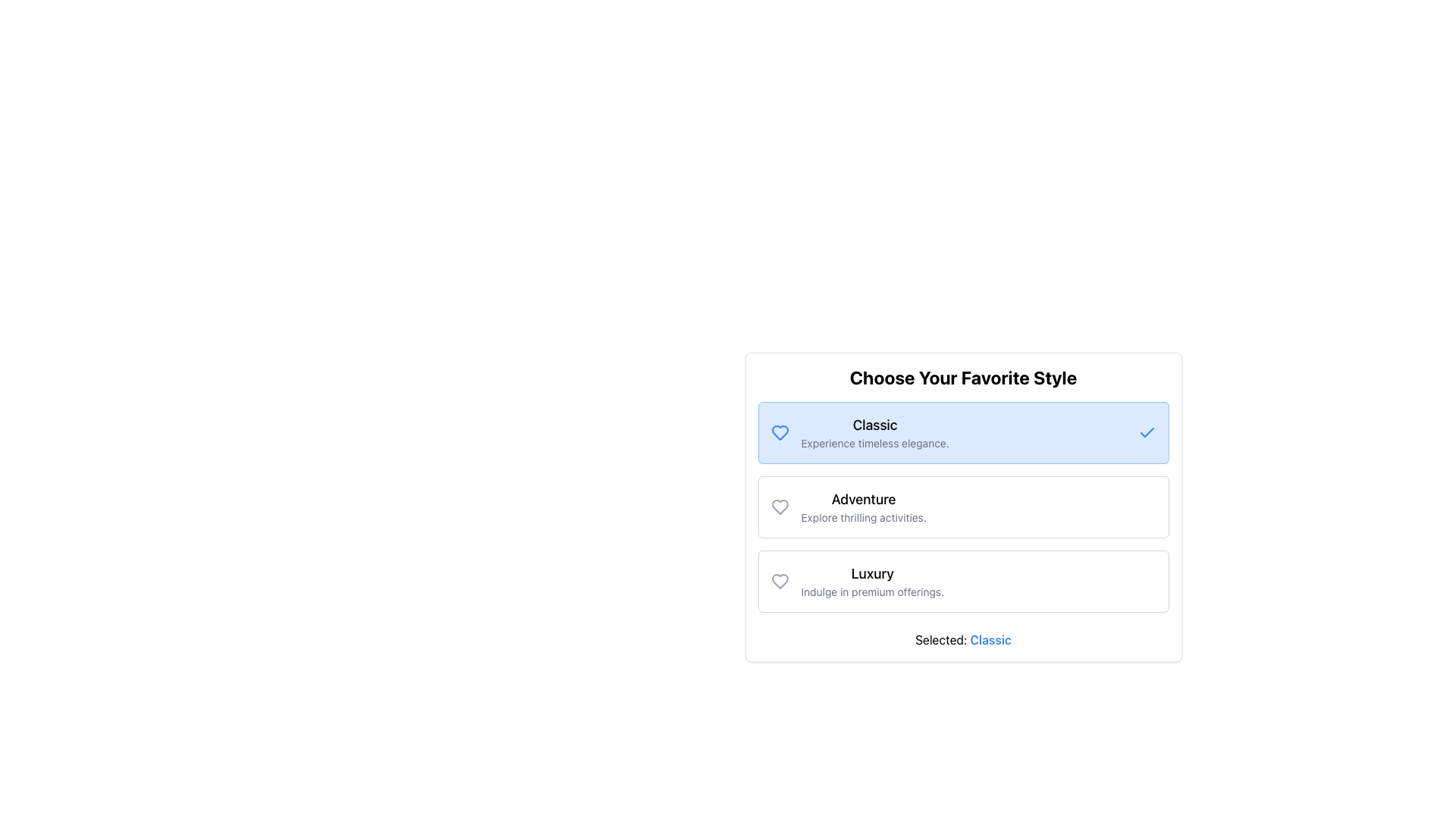 The height and width of the screenshot is (819, 1456). I want to click on the 'Classic' text option, which is the first item in a vertically stacked list, featuring bold text on a light blue background, so click(874, 432).